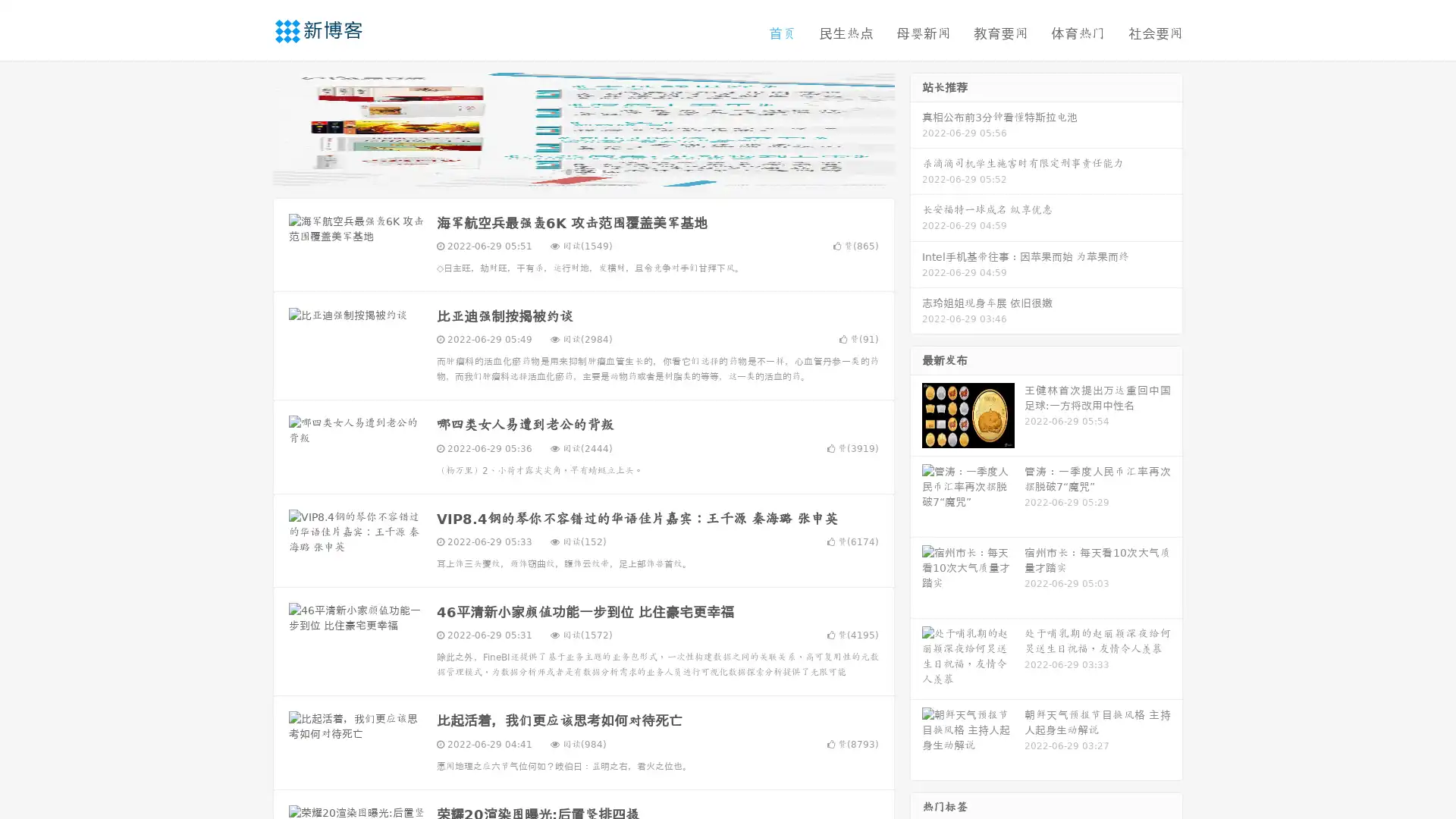 The width and height of the screenshot is (1456, 819). What do you see at coordinates (250, 127) in the screenshot?
I see `Previous slide` at bounding box center [250, 127].